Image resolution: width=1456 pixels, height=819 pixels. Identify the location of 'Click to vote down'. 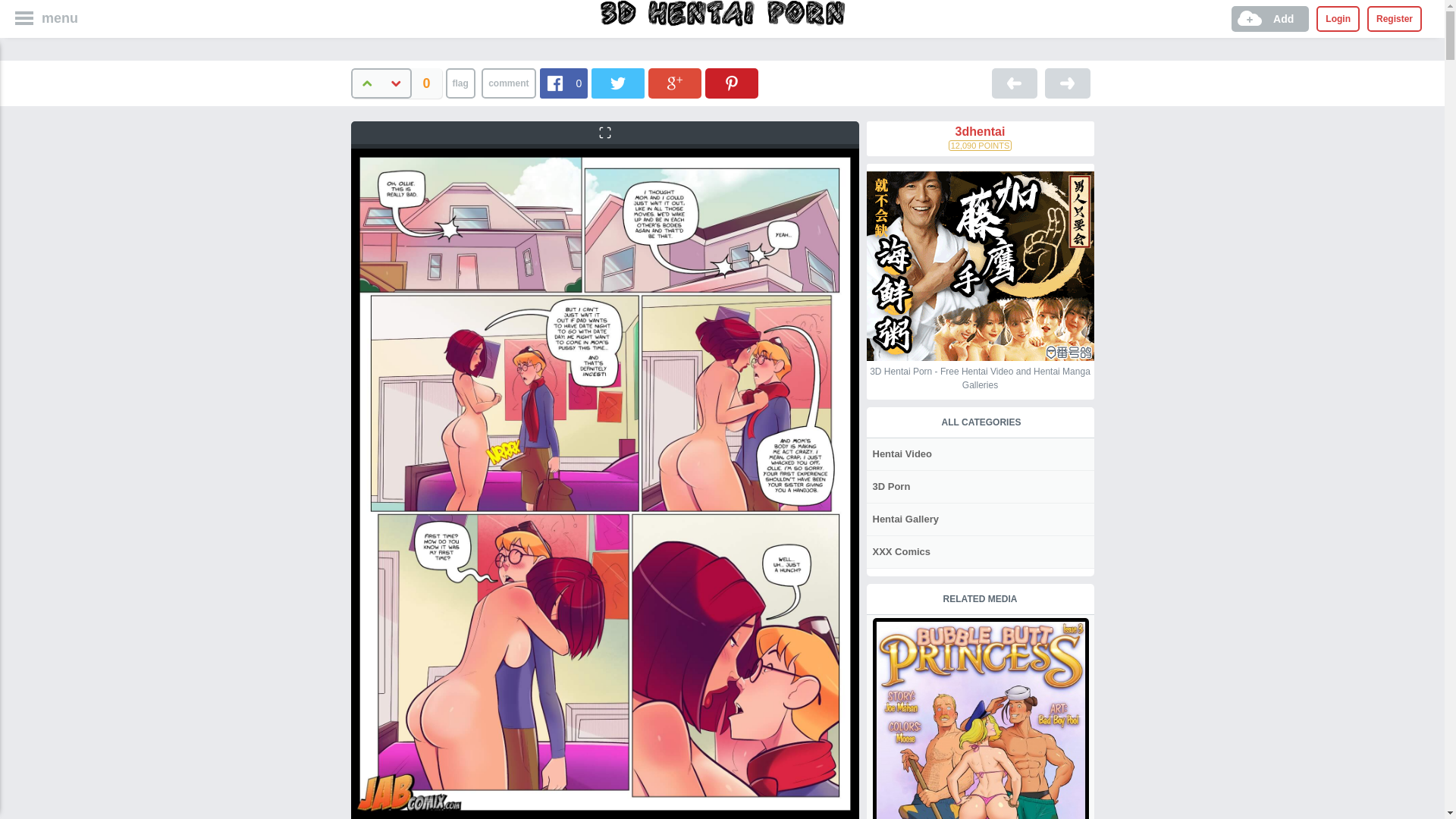
(396, 83).